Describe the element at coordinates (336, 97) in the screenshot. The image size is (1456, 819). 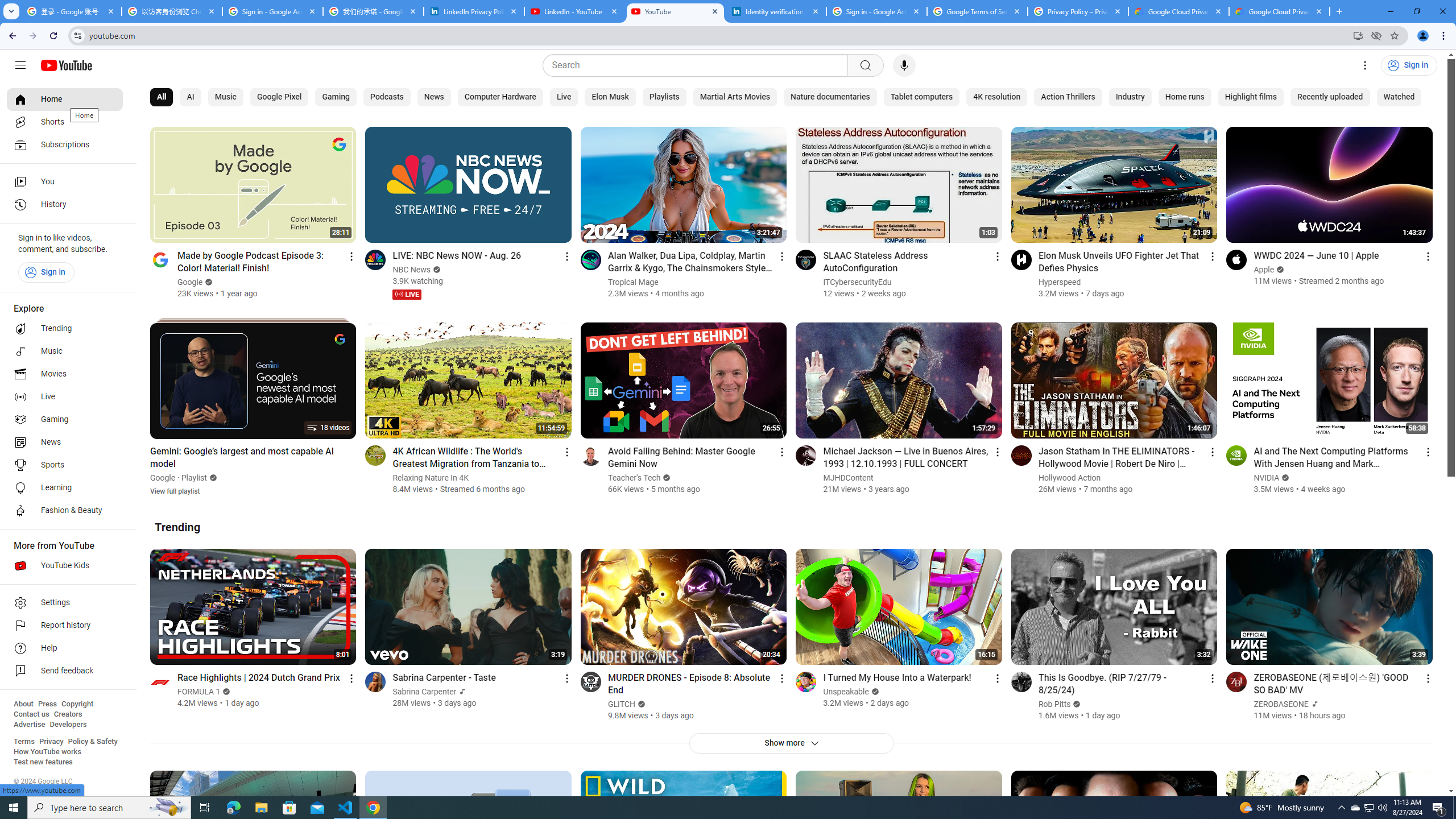
I see `'Gaming'` at that location.